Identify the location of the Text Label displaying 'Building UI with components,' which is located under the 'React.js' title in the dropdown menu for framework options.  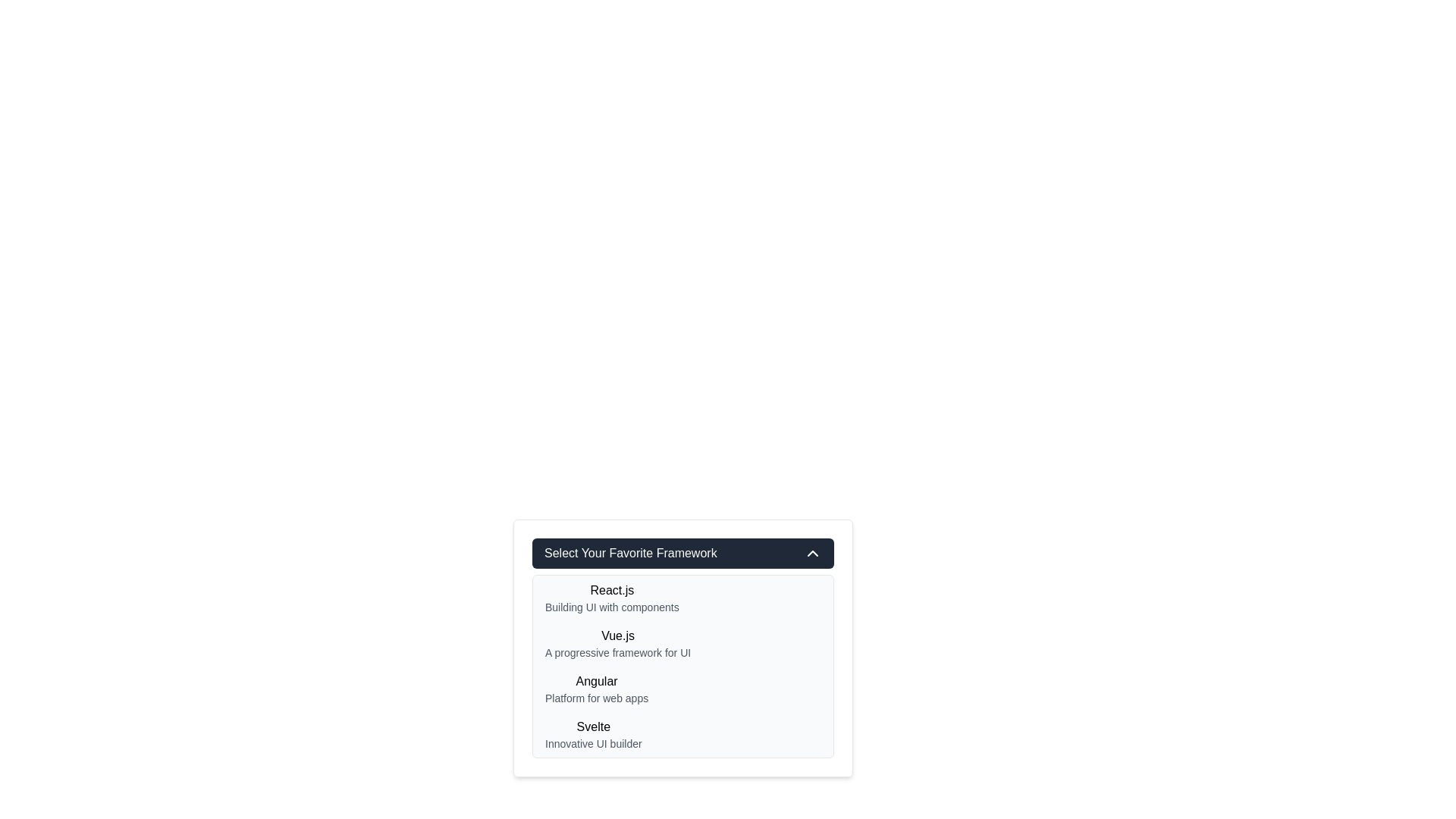
(612, 607).